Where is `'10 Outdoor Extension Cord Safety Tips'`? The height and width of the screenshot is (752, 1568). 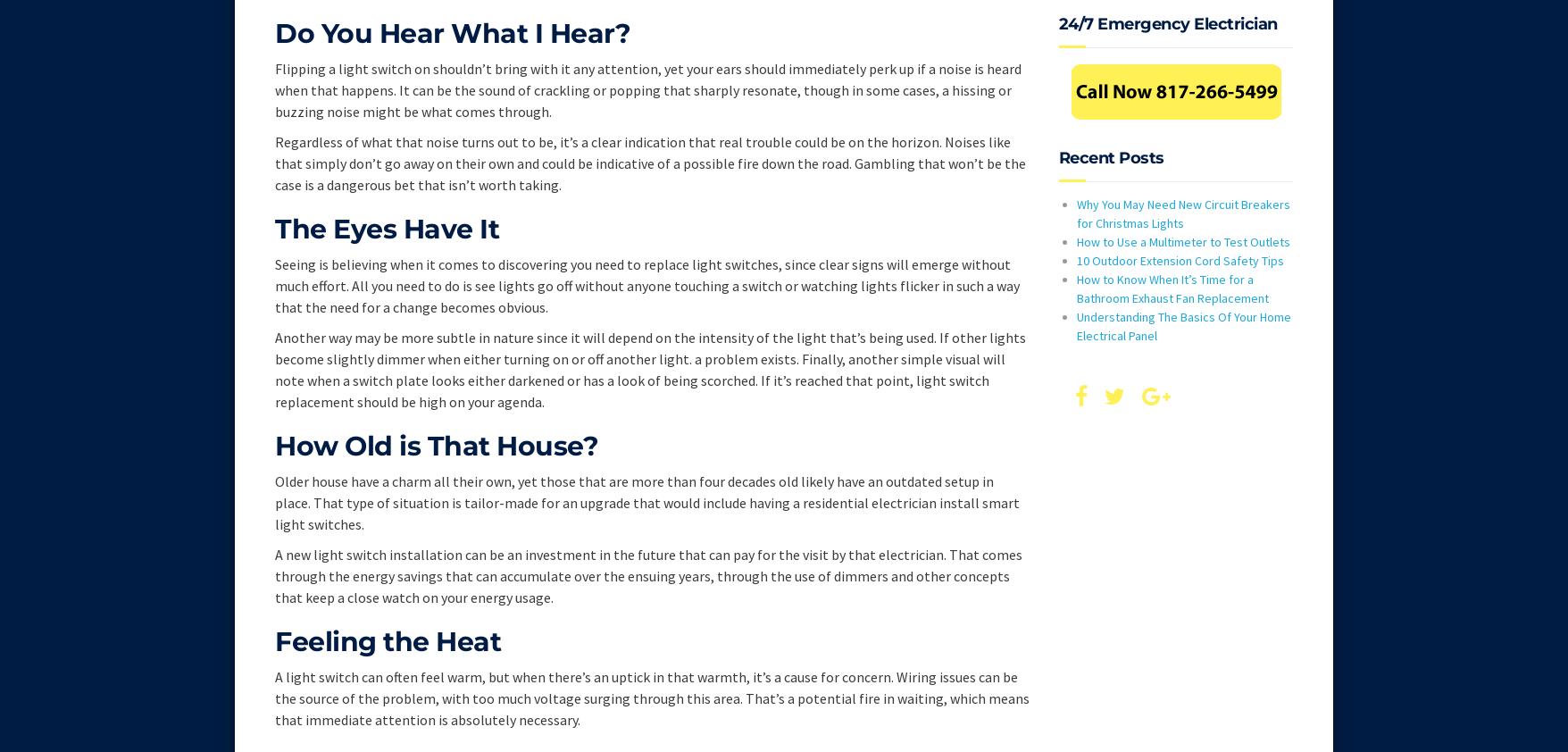
'10 Outdoor Extension Cord Safety Tips' is located at coordinates (1180, 259).